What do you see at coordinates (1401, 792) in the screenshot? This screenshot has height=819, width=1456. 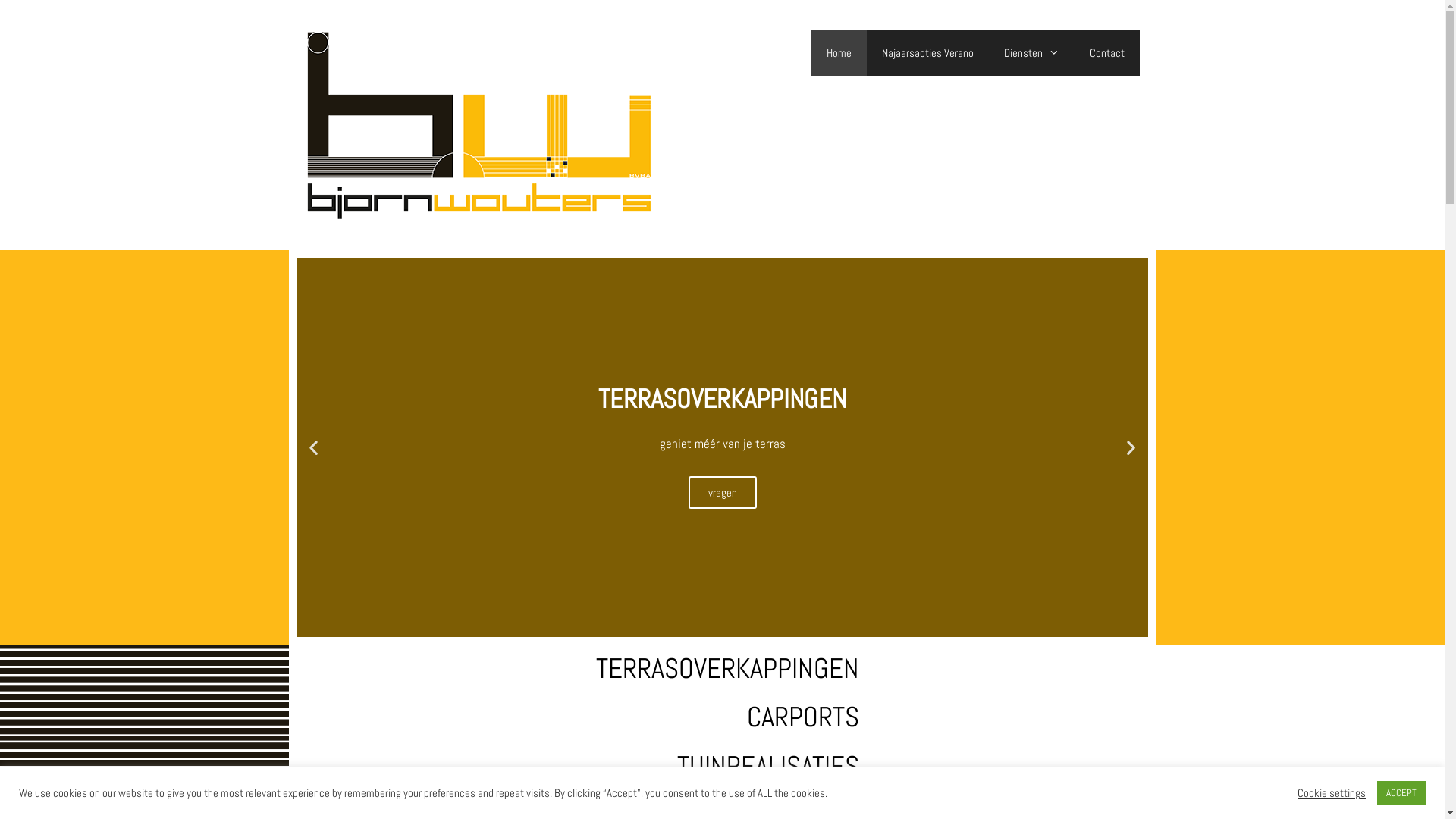 I see `'ACCEPT'` at bounding box center [1401, 792].